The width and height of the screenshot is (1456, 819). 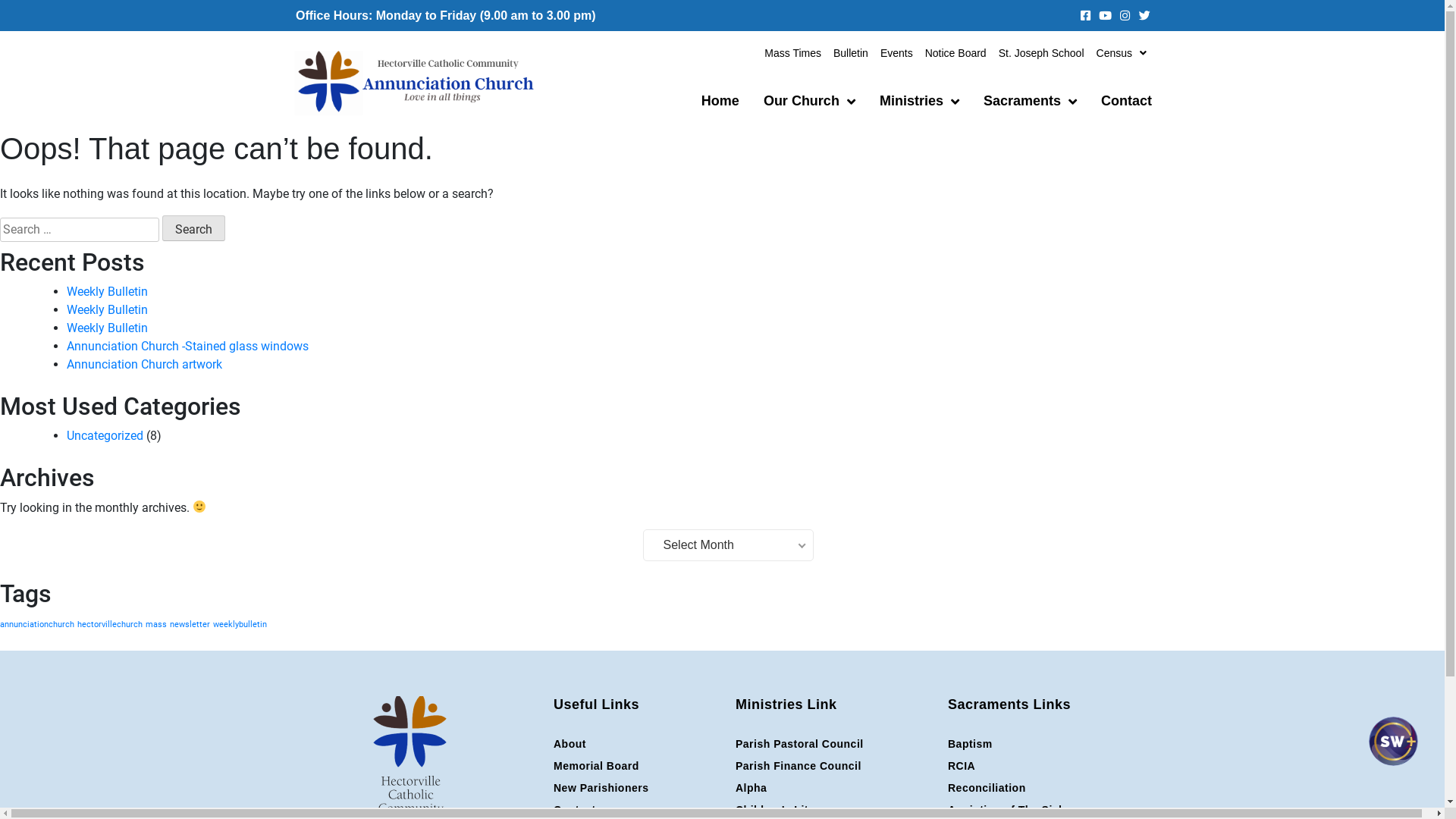 What do you see at coordinates (65, 435) in the screenshot?
I see `'Uncategorized'` at bounding box center [65, 435].